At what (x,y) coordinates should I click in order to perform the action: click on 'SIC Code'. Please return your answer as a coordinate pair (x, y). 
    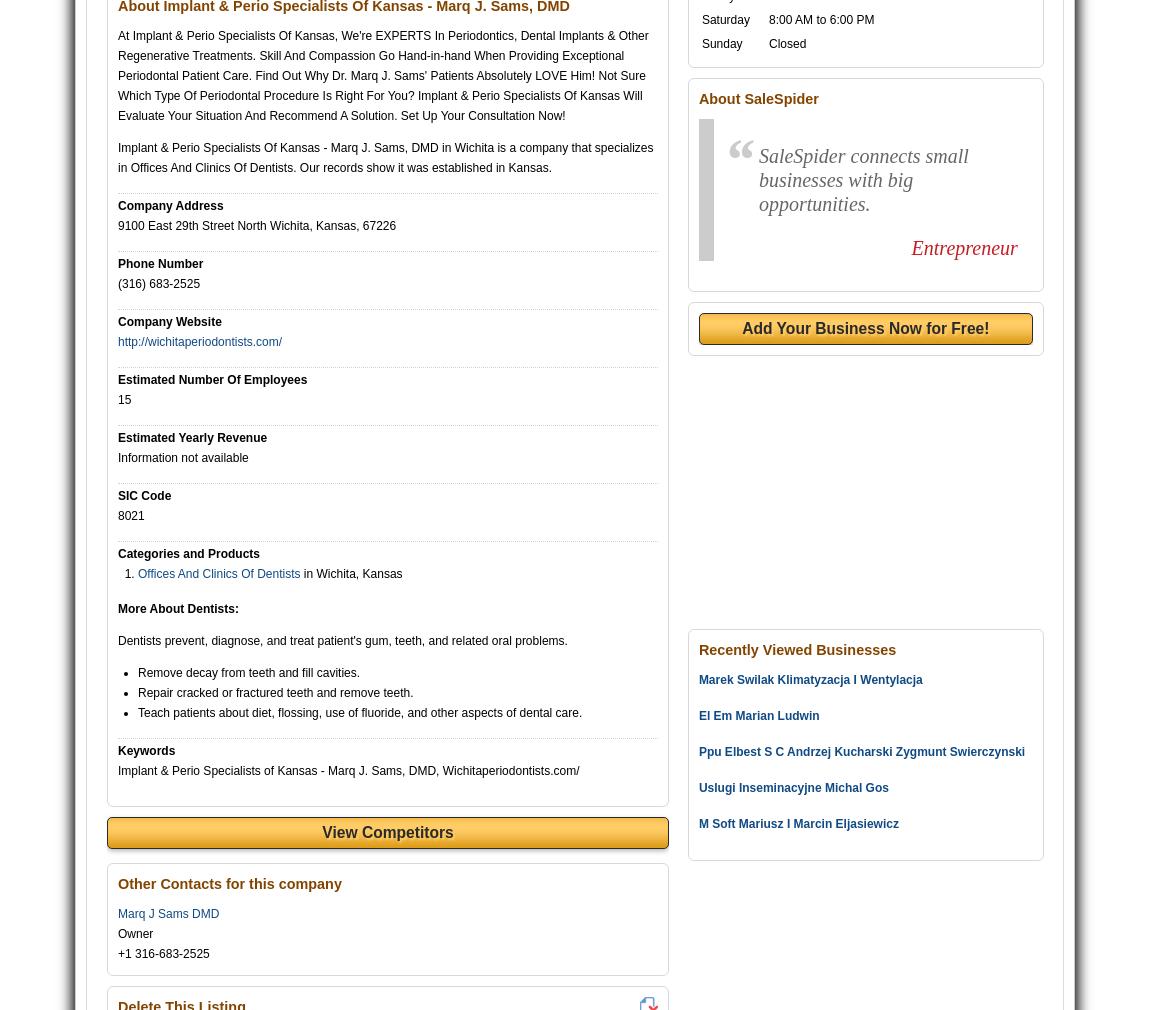
    Looking at the image, I should click on (143, 496).